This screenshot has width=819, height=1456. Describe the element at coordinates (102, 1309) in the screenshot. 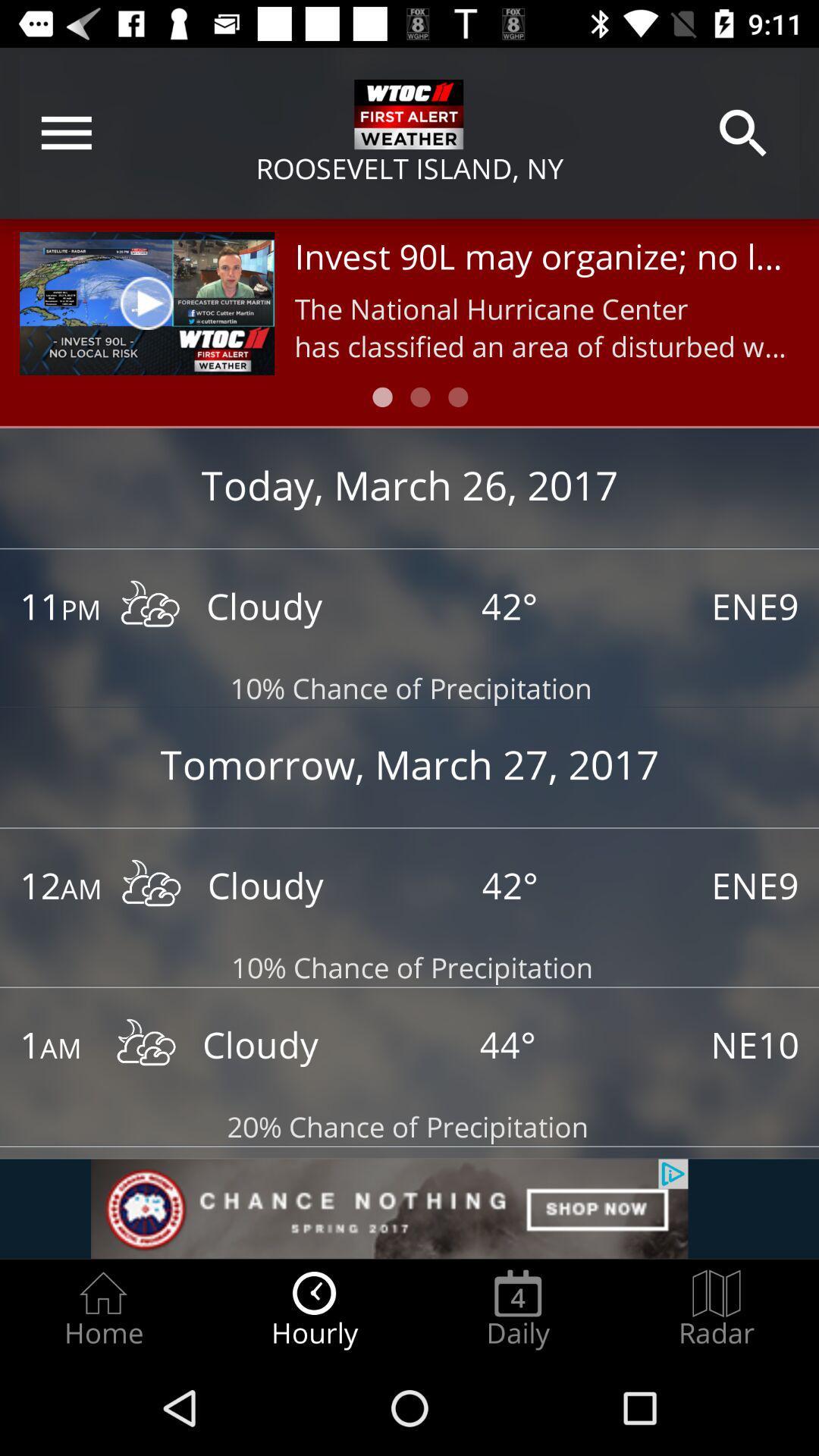

I see `home item` at that location.